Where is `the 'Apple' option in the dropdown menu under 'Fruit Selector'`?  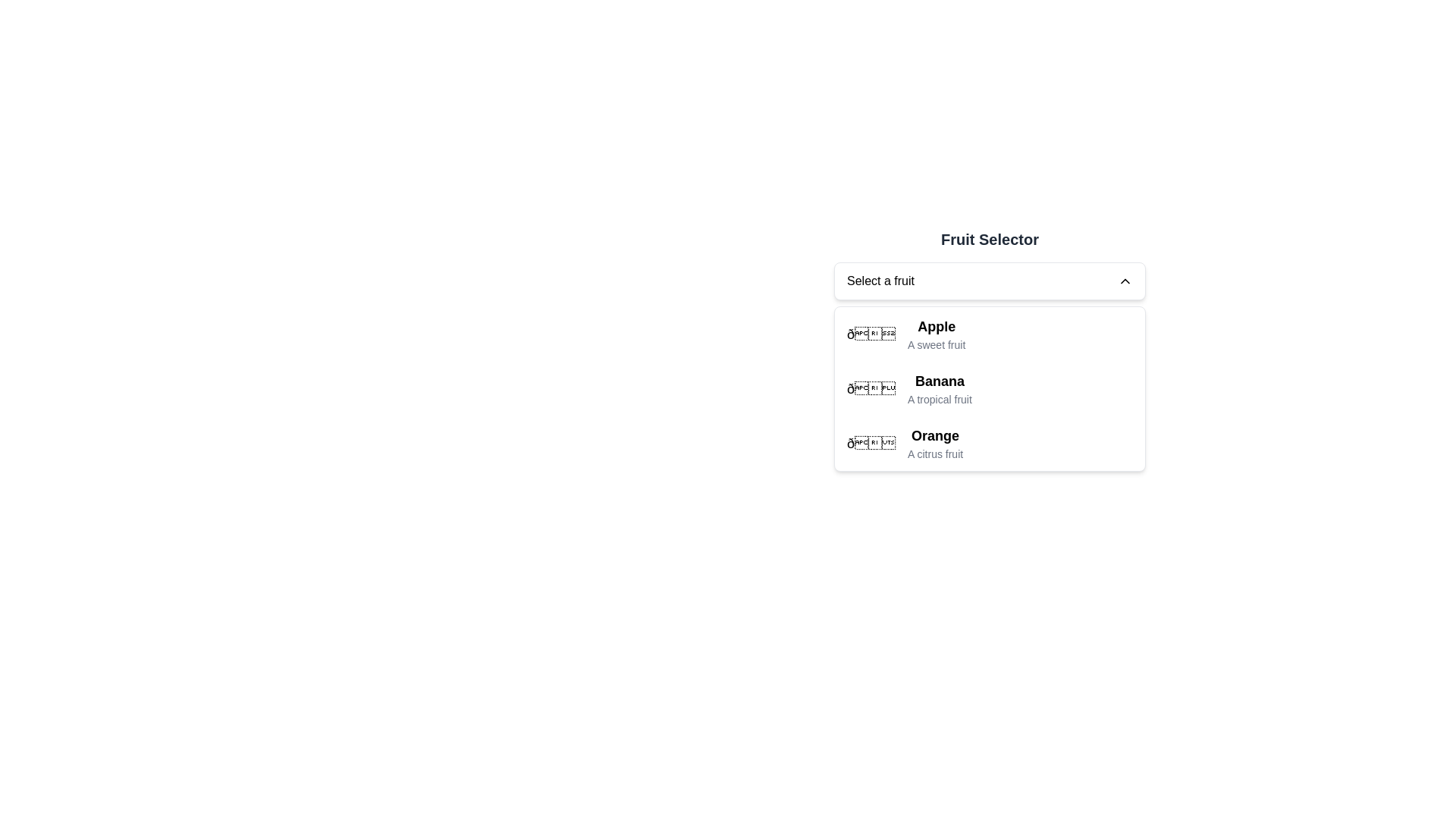 the 'Apple' option in the dropdown menu under 'Fruit Selector' is located at coordinates (936, 326).